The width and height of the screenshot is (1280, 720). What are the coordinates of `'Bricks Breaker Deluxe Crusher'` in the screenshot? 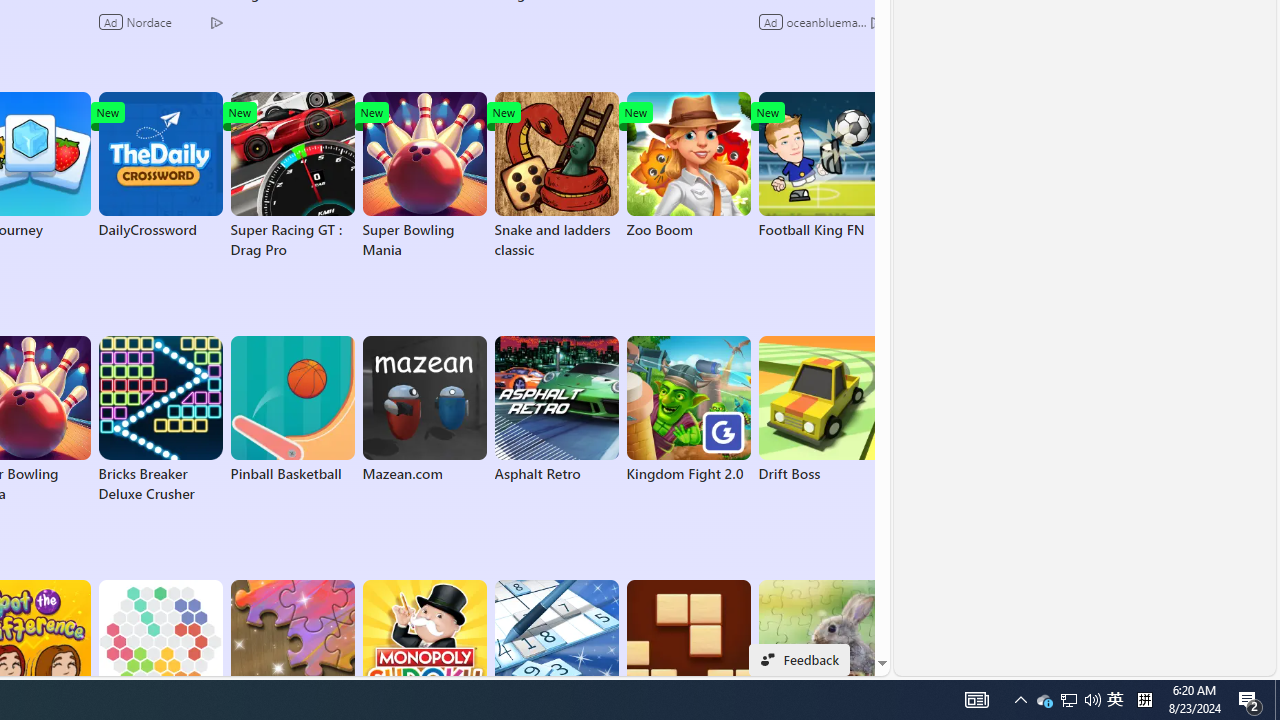 It's located at (160, 419).